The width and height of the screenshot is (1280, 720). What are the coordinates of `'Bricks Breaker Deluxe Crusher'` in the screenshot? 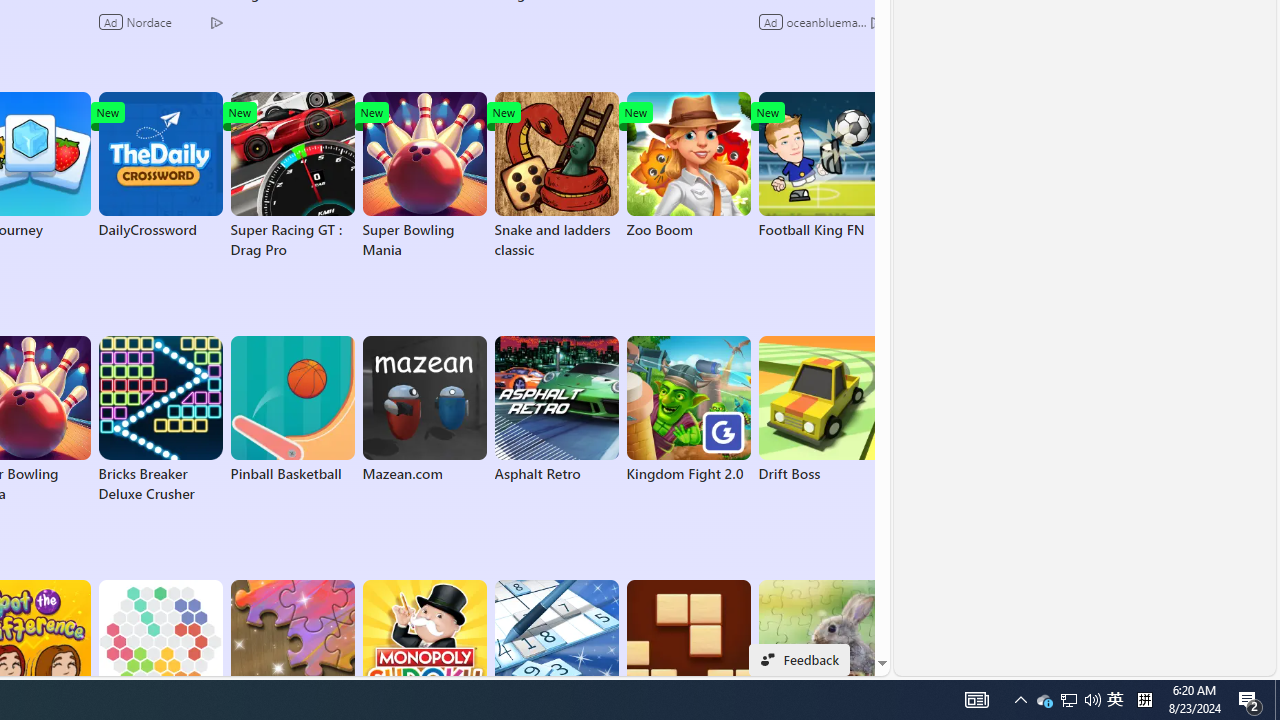 It's located at (160, 419).